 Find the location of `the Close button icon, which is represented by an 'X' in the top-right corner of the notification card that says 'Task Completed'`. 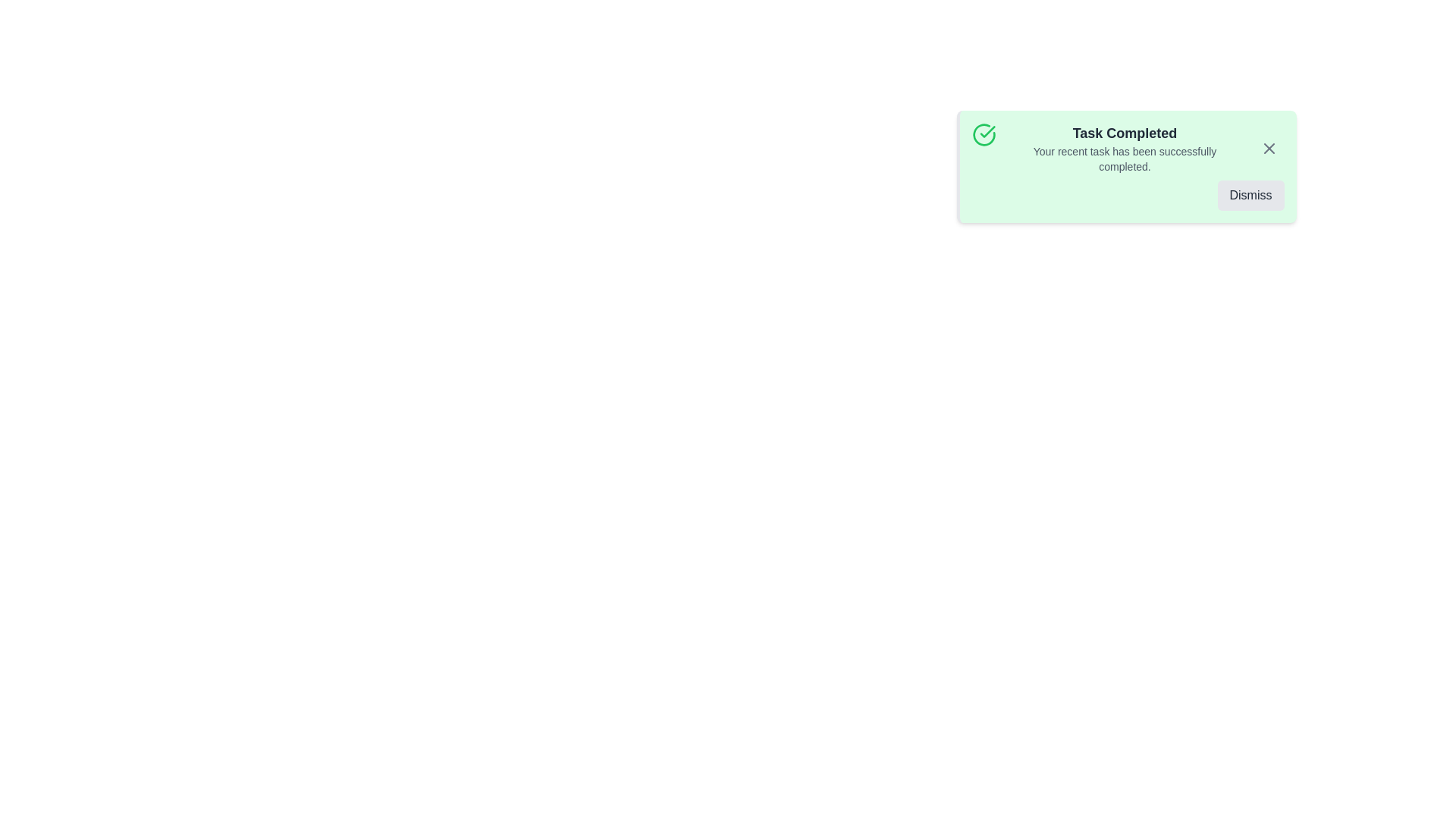

the Close button icon, which is represented by an 'X' in the top-right corner of the notification card that says 'Task Completed' is located at coordinates (1269, 149).